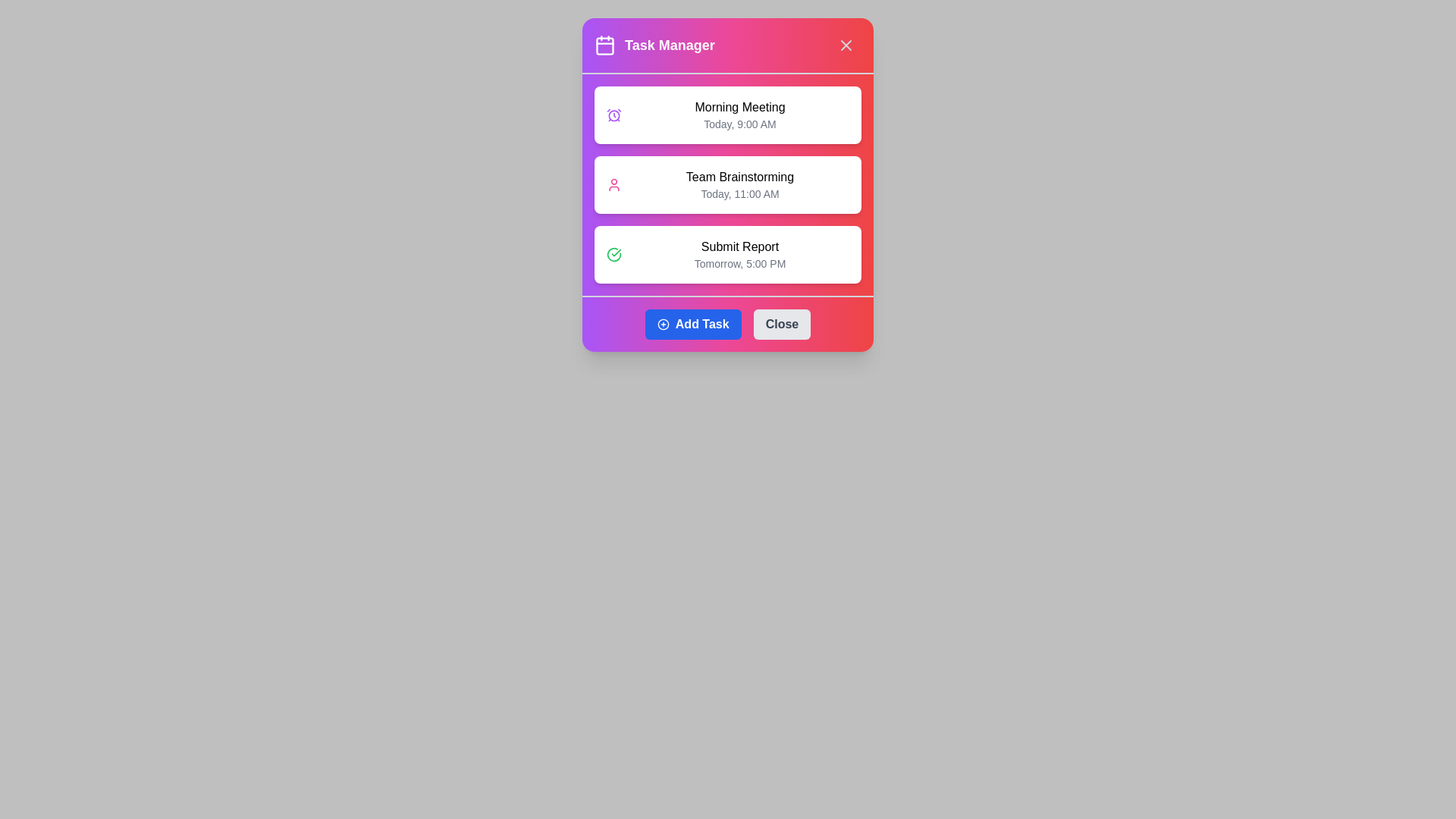 The width and height of the screenshot is (1456, 819). What do you see at coordinates (739, 114) in the screenshot?
I see `the 'Morning Meeting' label element, which displays the title in bold and the subtitle in a lighter gray font, located right of a purple clock icon in the Task Manager window` at bounding box center [739, 114].